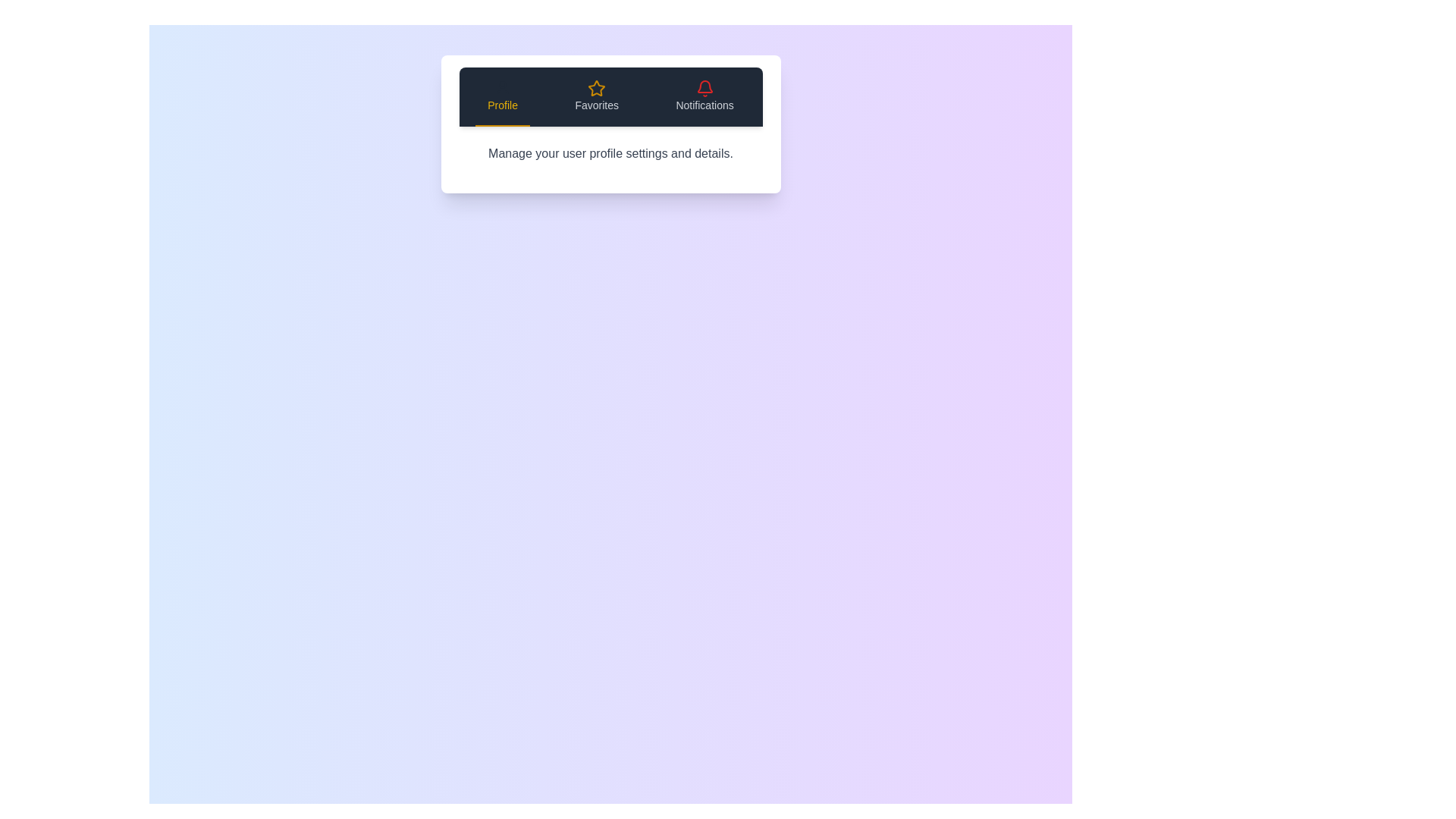  I want to click on the icon of the Favorites tab, so click(596, 88).